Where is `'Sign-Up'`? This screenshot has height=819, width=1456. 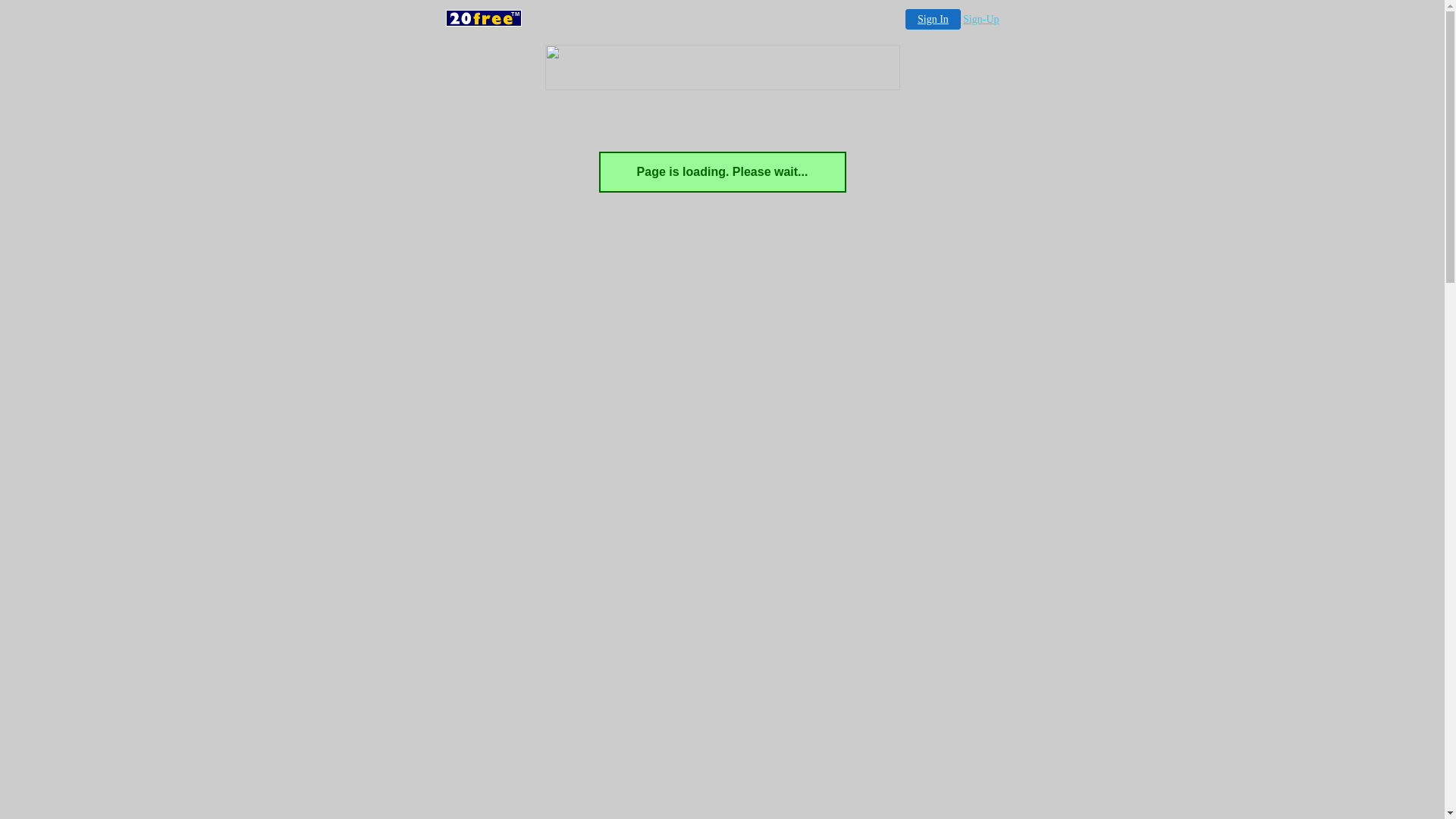
'Sign-Up' is located at coordinates (981, 19).